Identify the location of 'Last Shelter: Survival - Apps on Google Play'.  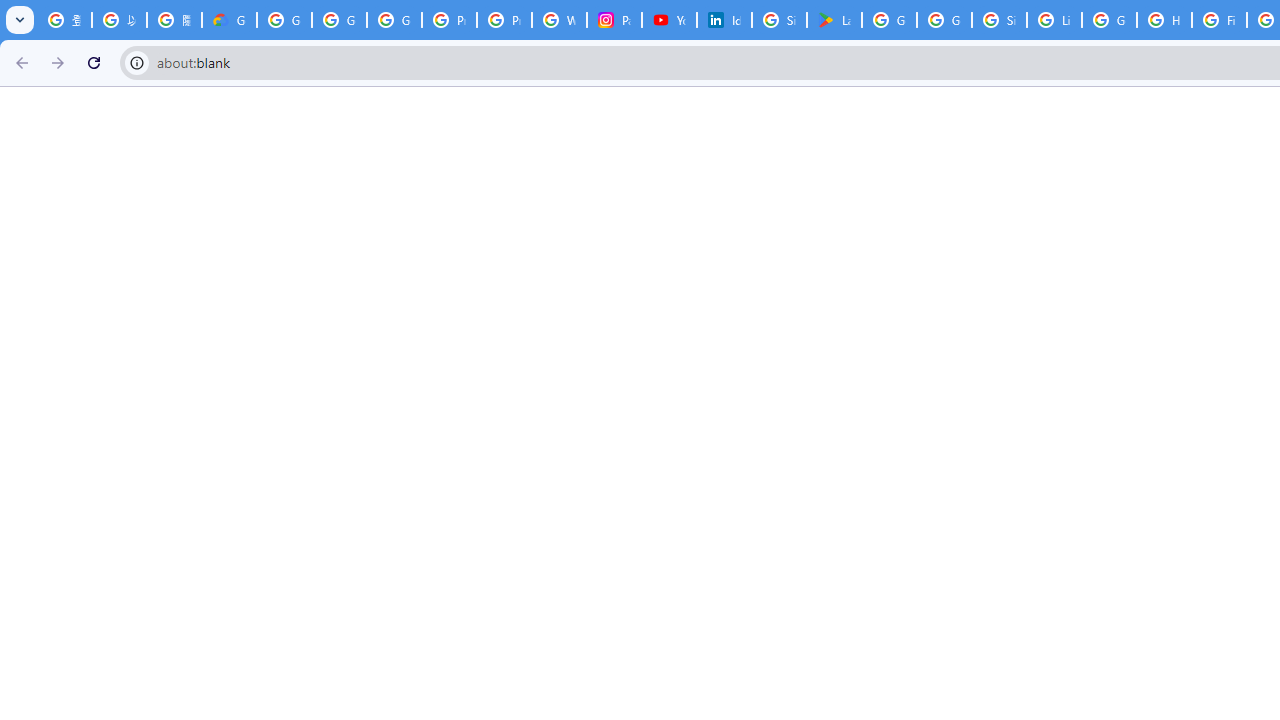
(833, 20).